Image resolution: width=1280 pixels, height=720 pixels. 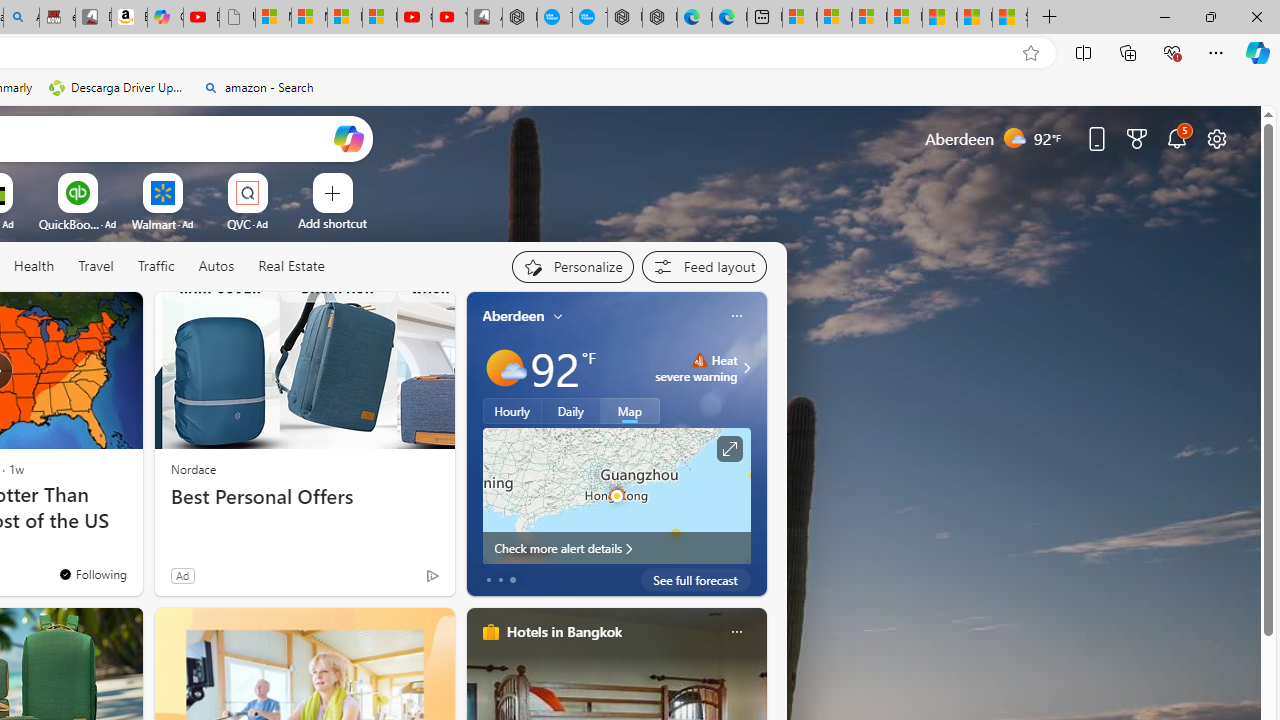 What do you see at coordinates (1215, 51) in the screenshot?
I see `'Settings and more (Alt+F)'` at bounding box center [1215, 51].